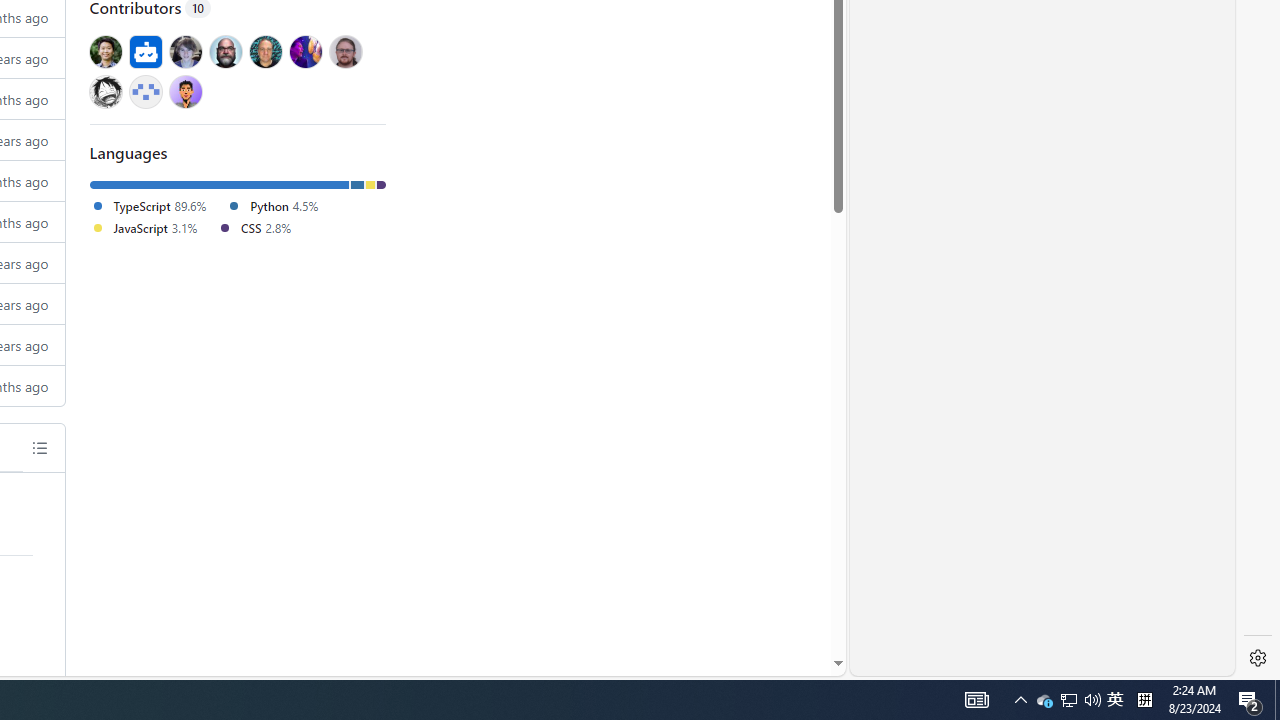  What do you see at coordinates (253, 226) in the screenshot?
I see `'CSS 2.8%'` at bounding box center [253, 226].